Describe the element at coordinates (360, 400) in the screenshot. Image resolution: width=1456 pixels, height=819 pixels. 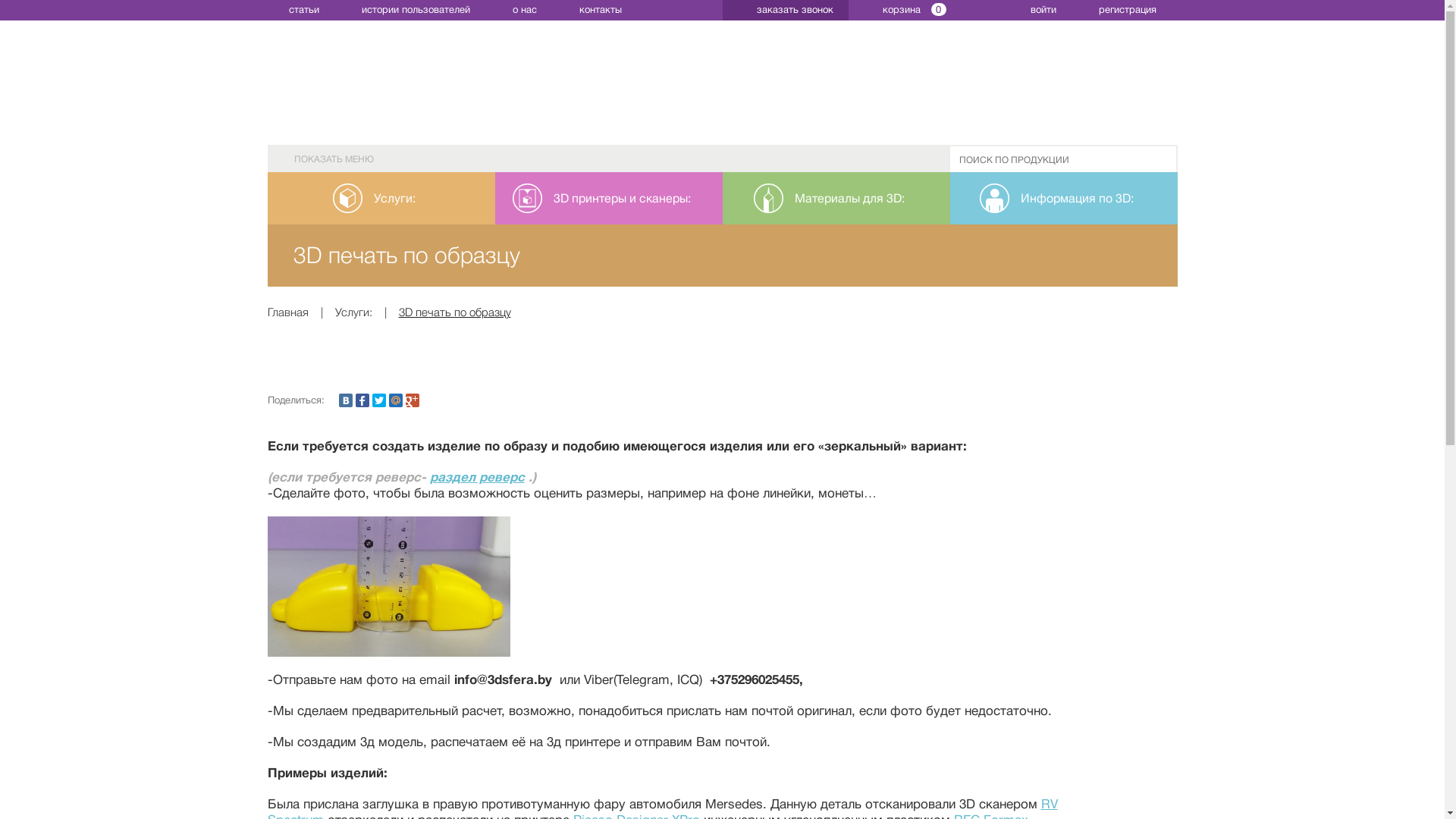
I see `'Facebook'` at that location.